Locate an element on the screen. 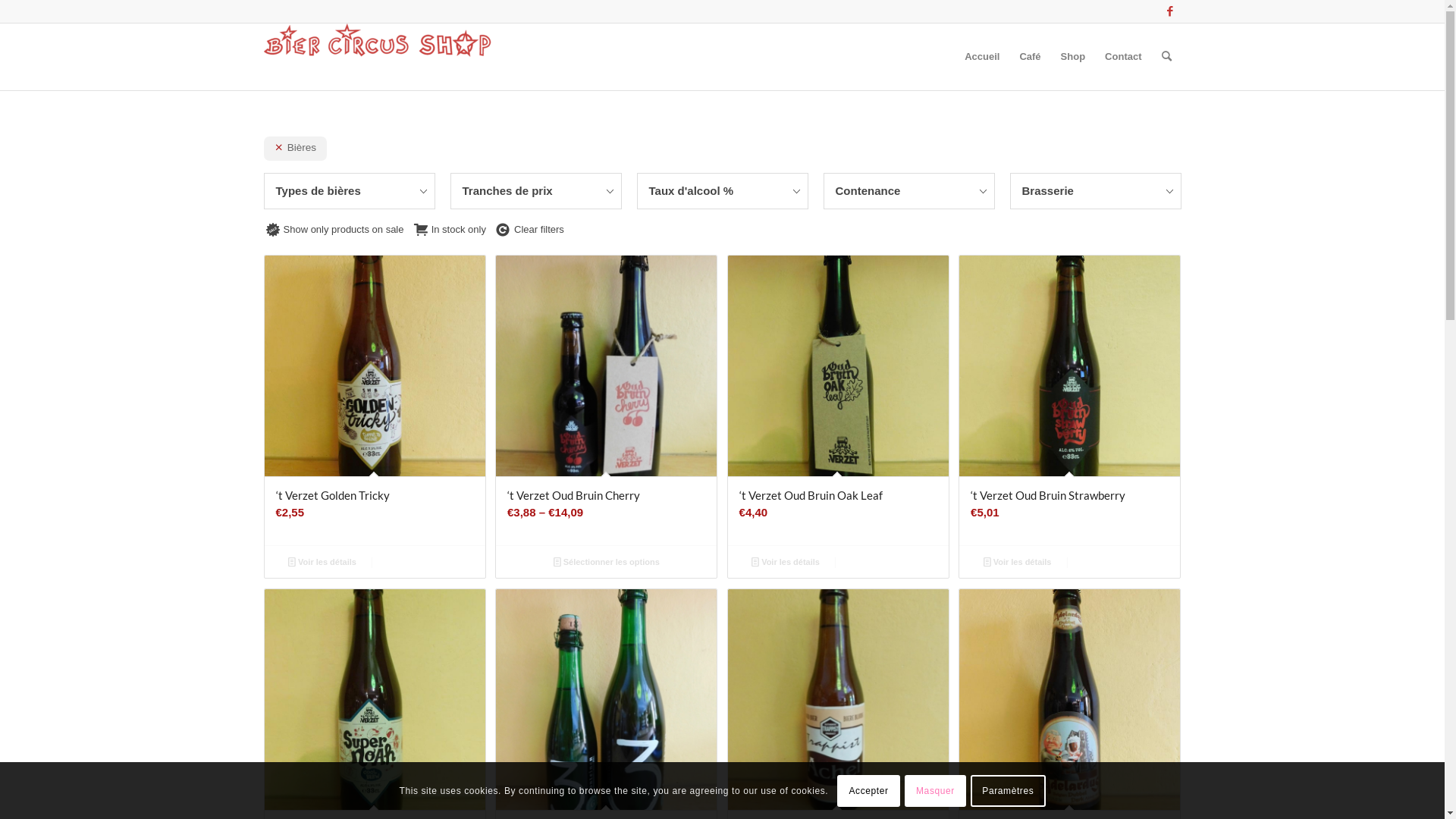 The height and width of the screenshot is (819, 1456). 'Shop' is located at coordinates (1072, 55).